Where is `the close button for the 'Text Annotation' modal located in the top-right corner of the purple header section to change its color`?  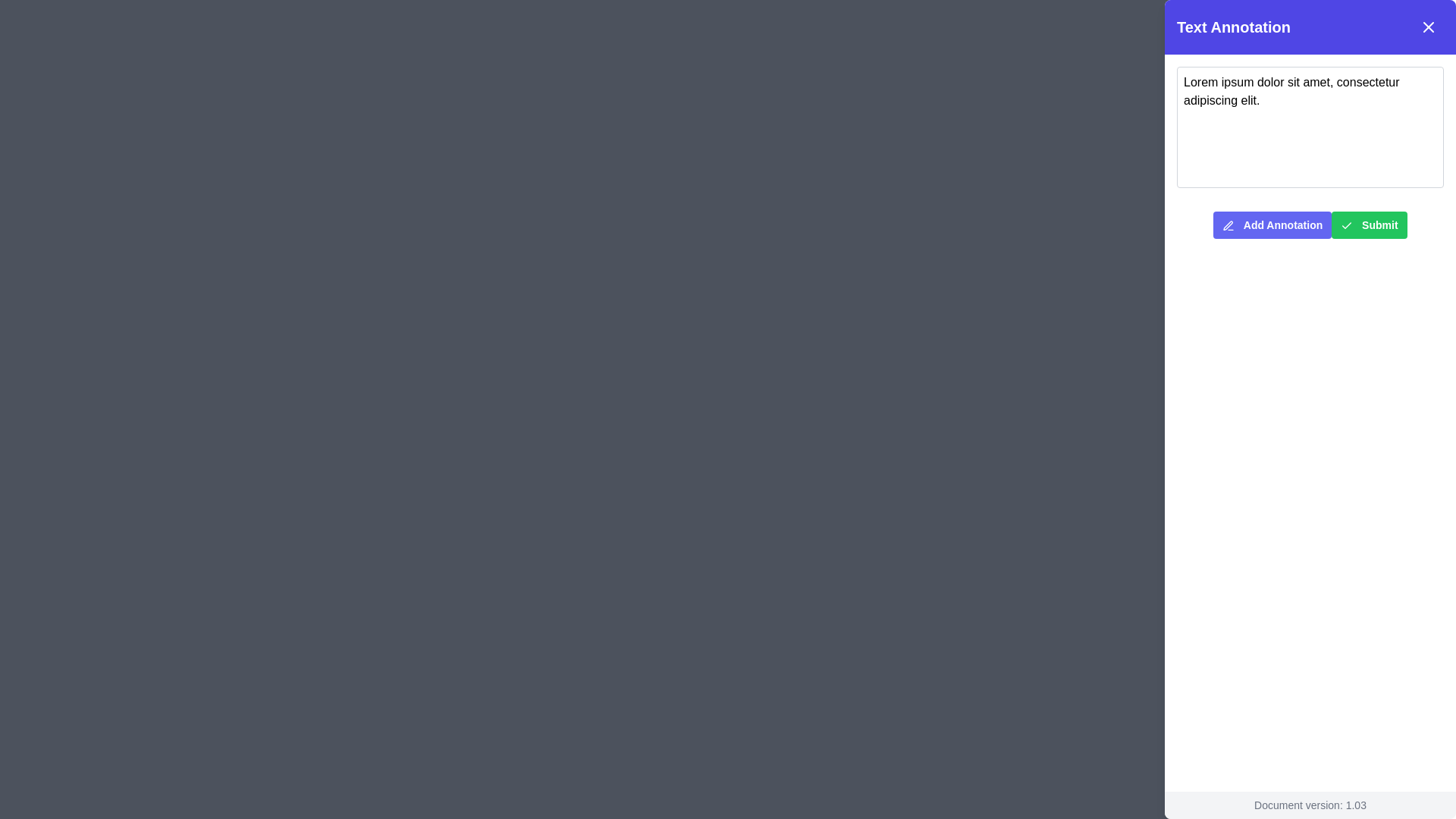 the close button for the 'Text Annotation' modal located in the top-right corner of the purple header section to change its color is located at coordinates (1427, 27).